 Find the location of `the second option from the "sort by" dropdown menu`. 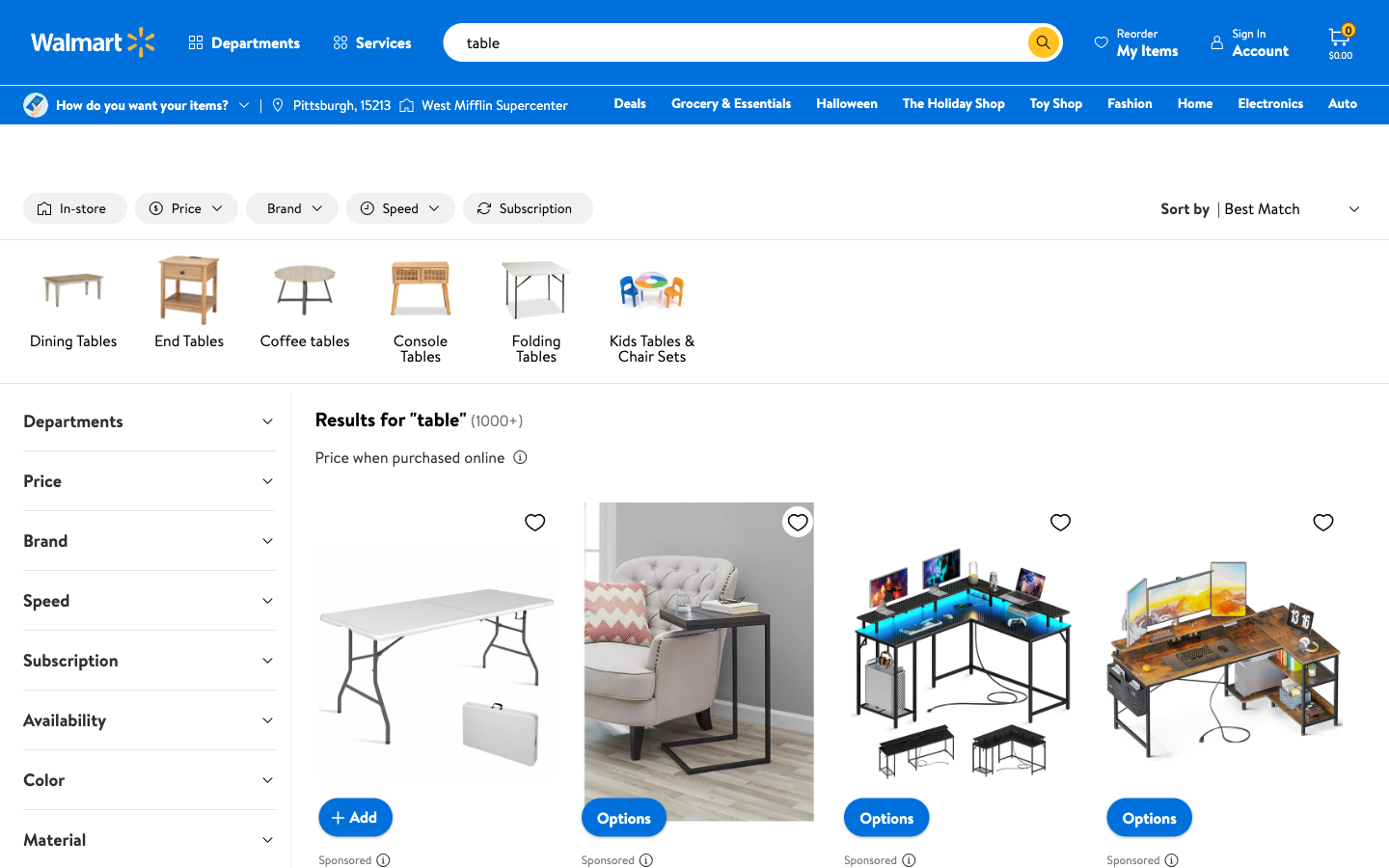

the second option from the "sort by" dropdown menu is located at coordinates (1292, 208).